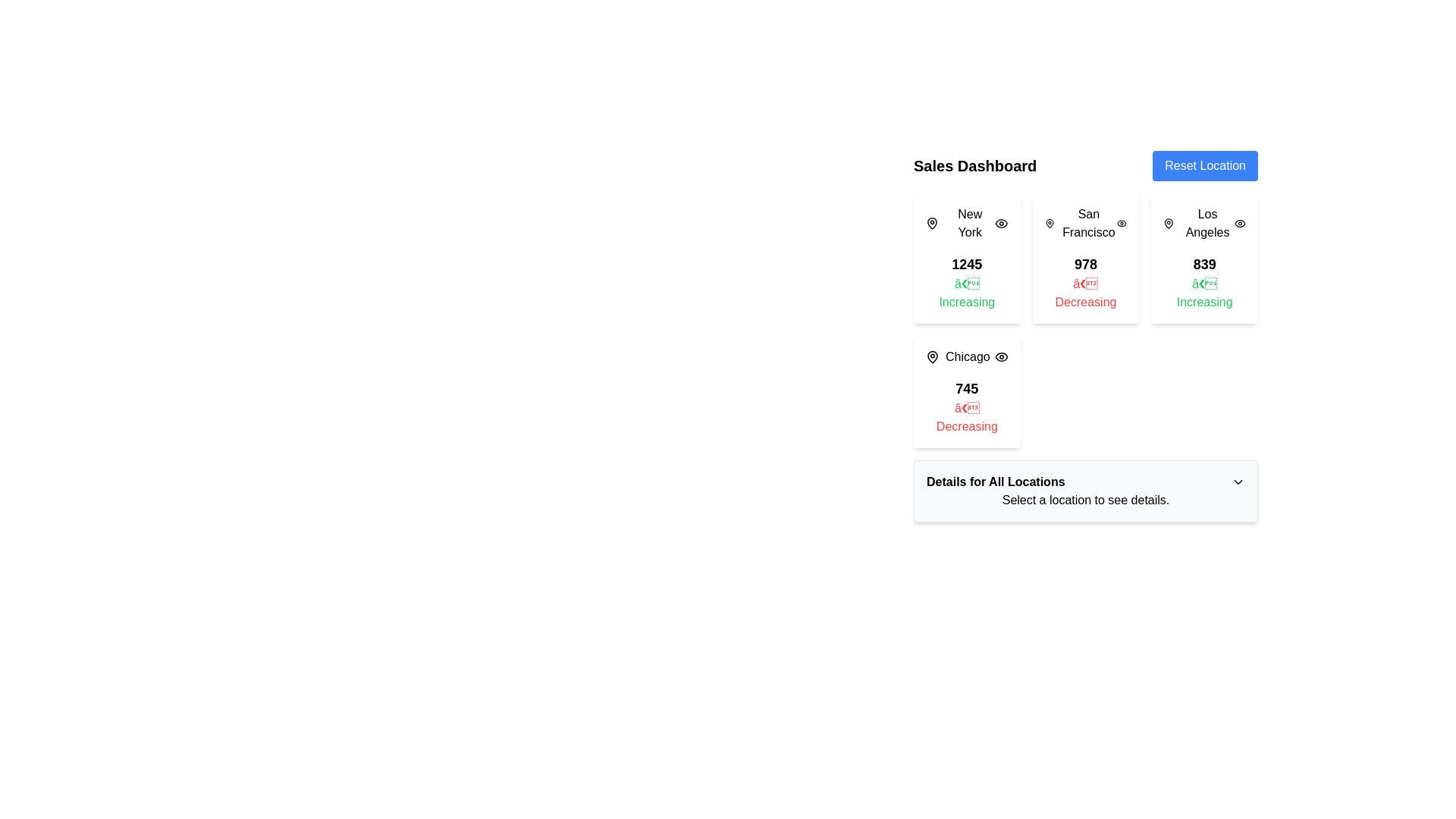 This screenshot has width=1456, height=819. What do you see at coordinates (1001, 356) in the screenshot?
I see `the small eye-shaped icon with a black outline, located at the rightmost edge of the content area in the 'Chicago' section` at bounding box center [1001, 356].